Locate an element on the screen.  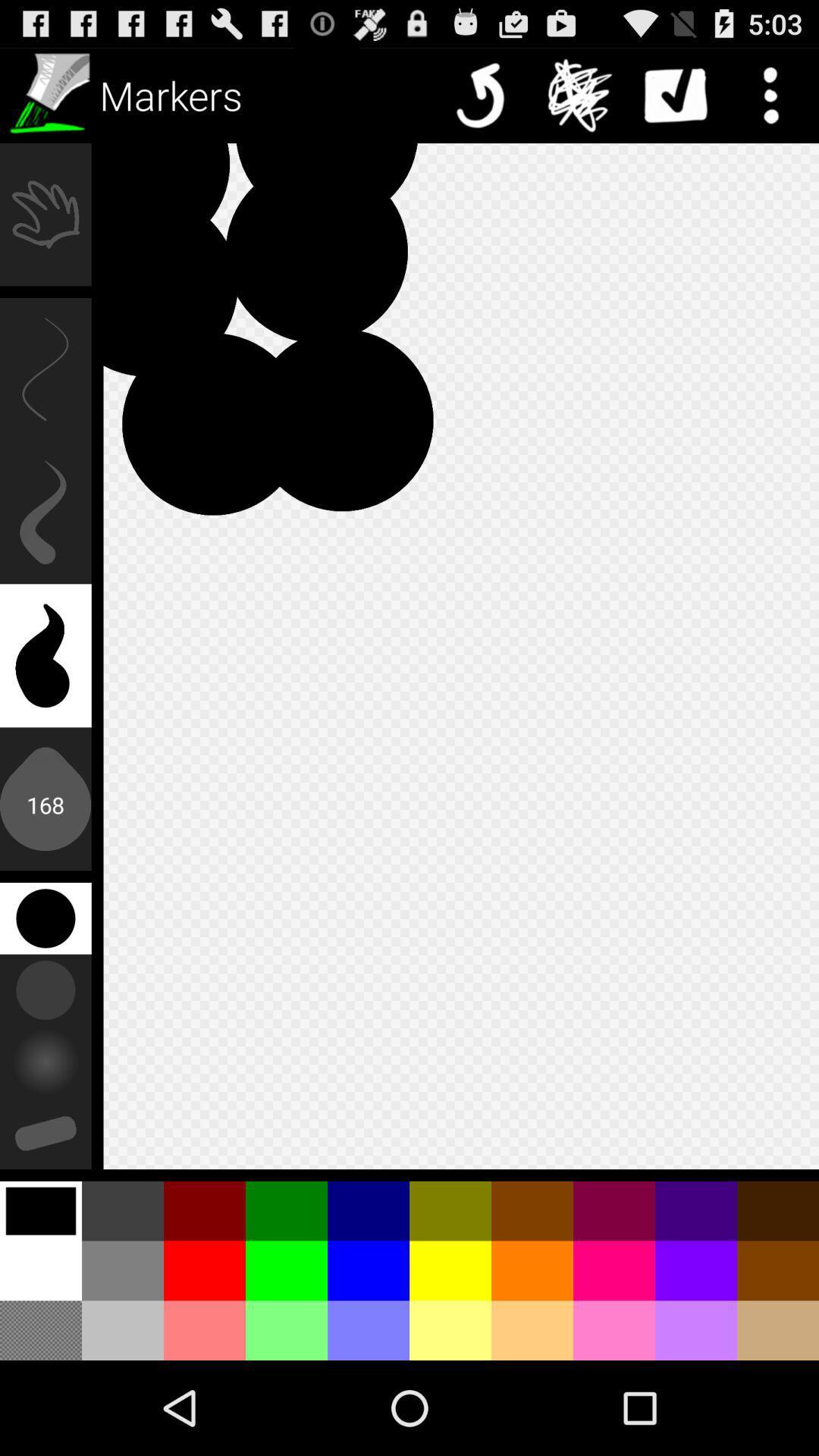
the color between white and red at the left side bottom of the page is located at coordinates (122, 1270).